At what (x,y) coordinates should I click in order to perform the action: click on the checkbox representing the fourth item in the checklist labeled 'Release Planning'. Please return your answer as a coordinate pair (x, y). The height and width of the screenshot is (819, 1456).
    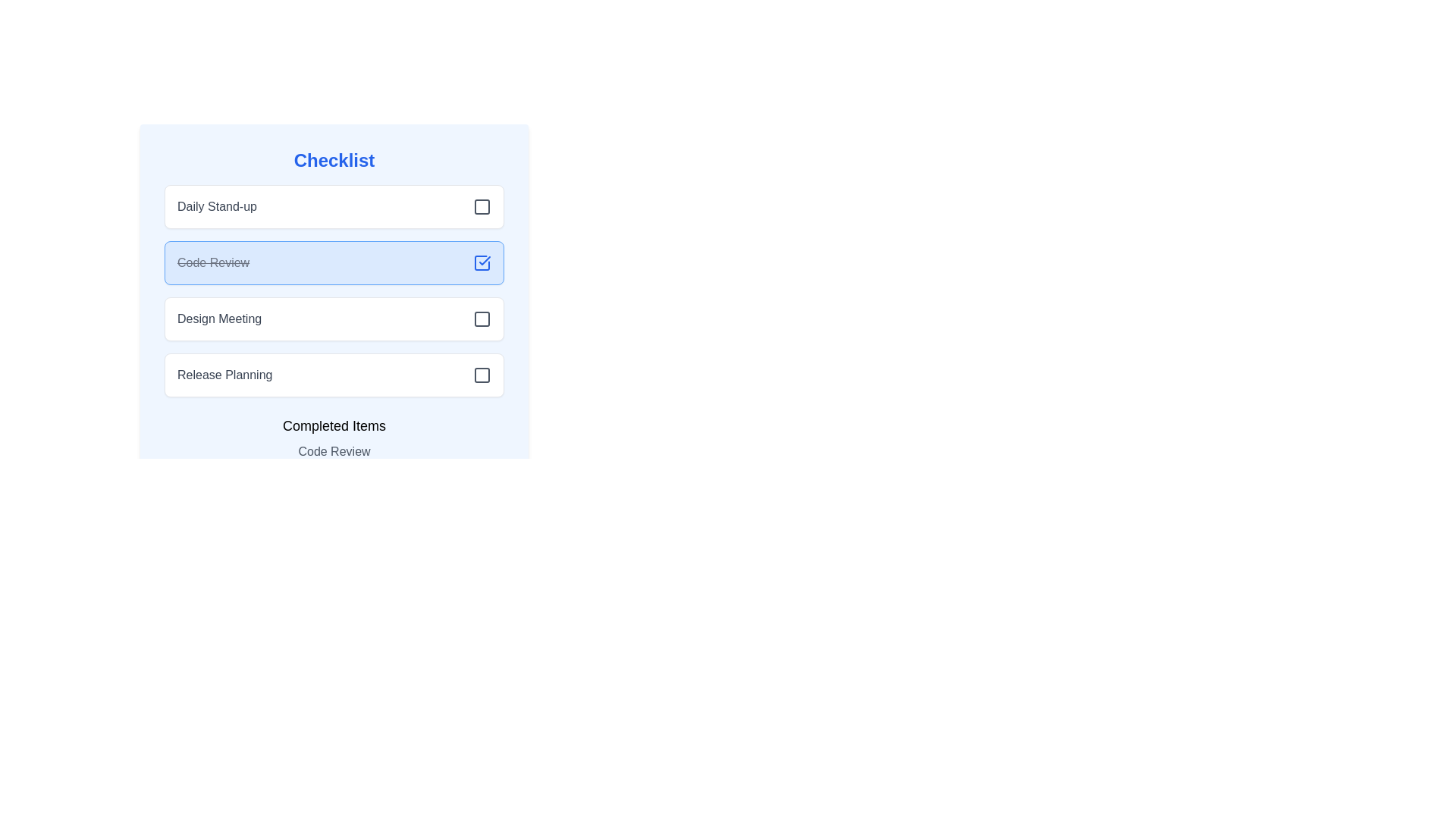
    Looking at the image, I should click on (481, 375).